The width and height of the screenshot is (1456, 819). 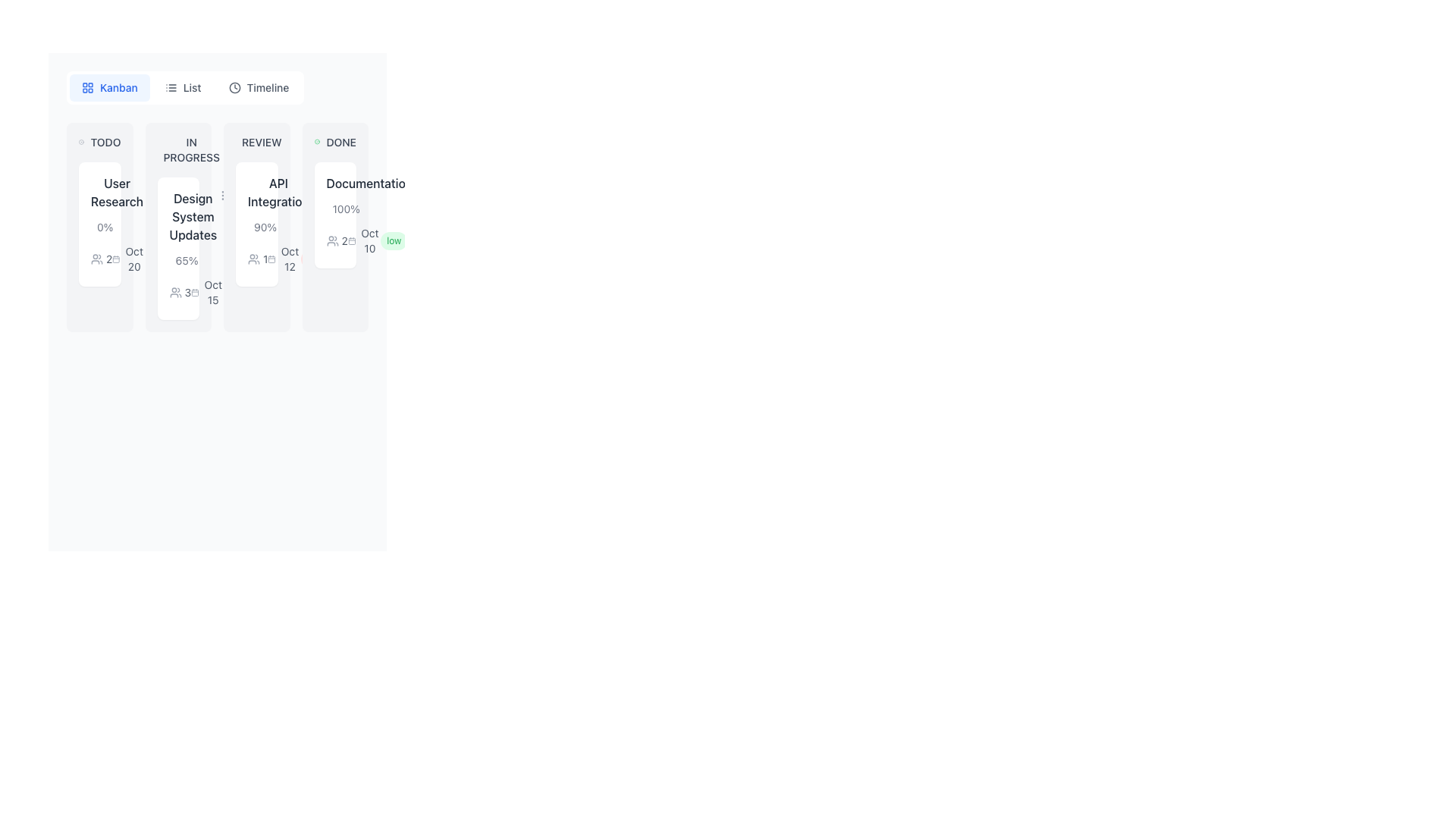 I want to click on the static text label displaying the completion percentage of the associated task, located in the 'IN PROGRESS' section under 'Design System Updates', so click(x=186, y=259).